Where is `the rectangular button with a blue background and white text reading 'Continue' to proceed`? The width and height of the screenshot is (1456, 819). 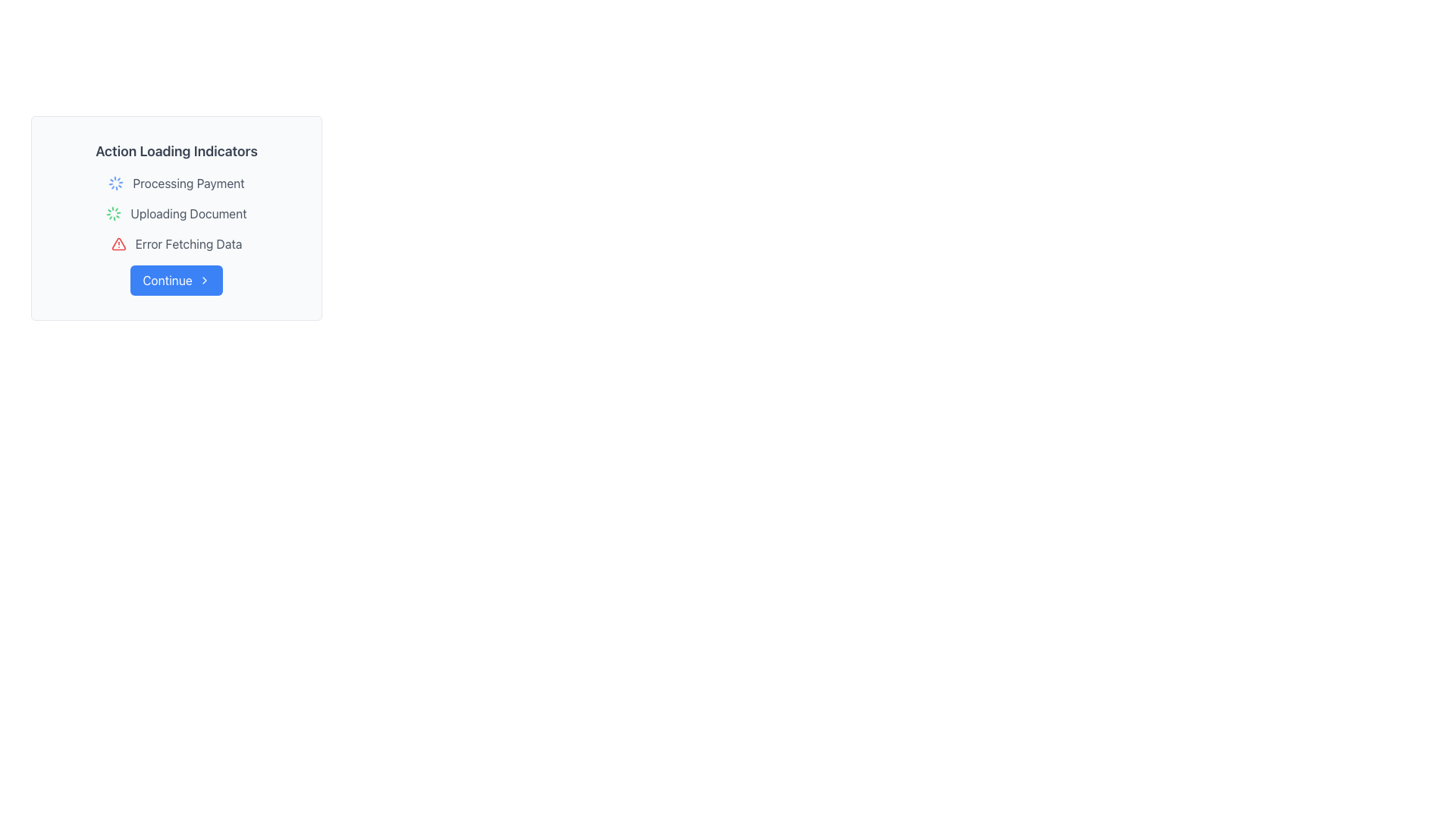 the rectangular button with a blue background and white text reading 'Continue' to proceed is located at coordinates (176, 281).